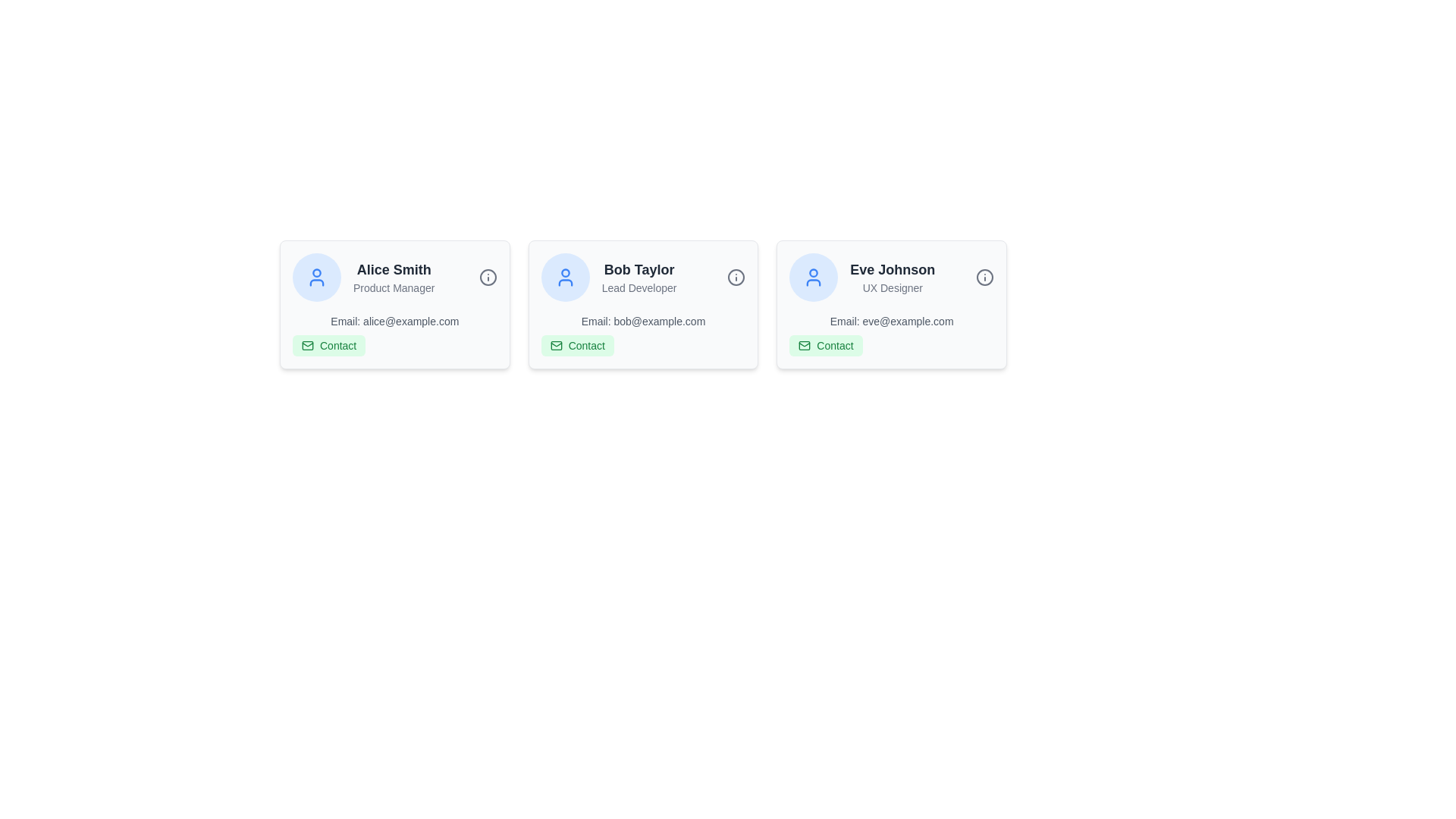 The image size is (1456, 819). Describe the element at coordinates (576, 345) in the screenshot. I see `the contact button located below the text 'Email: bob@example.com' in the middle profile card` at that location.